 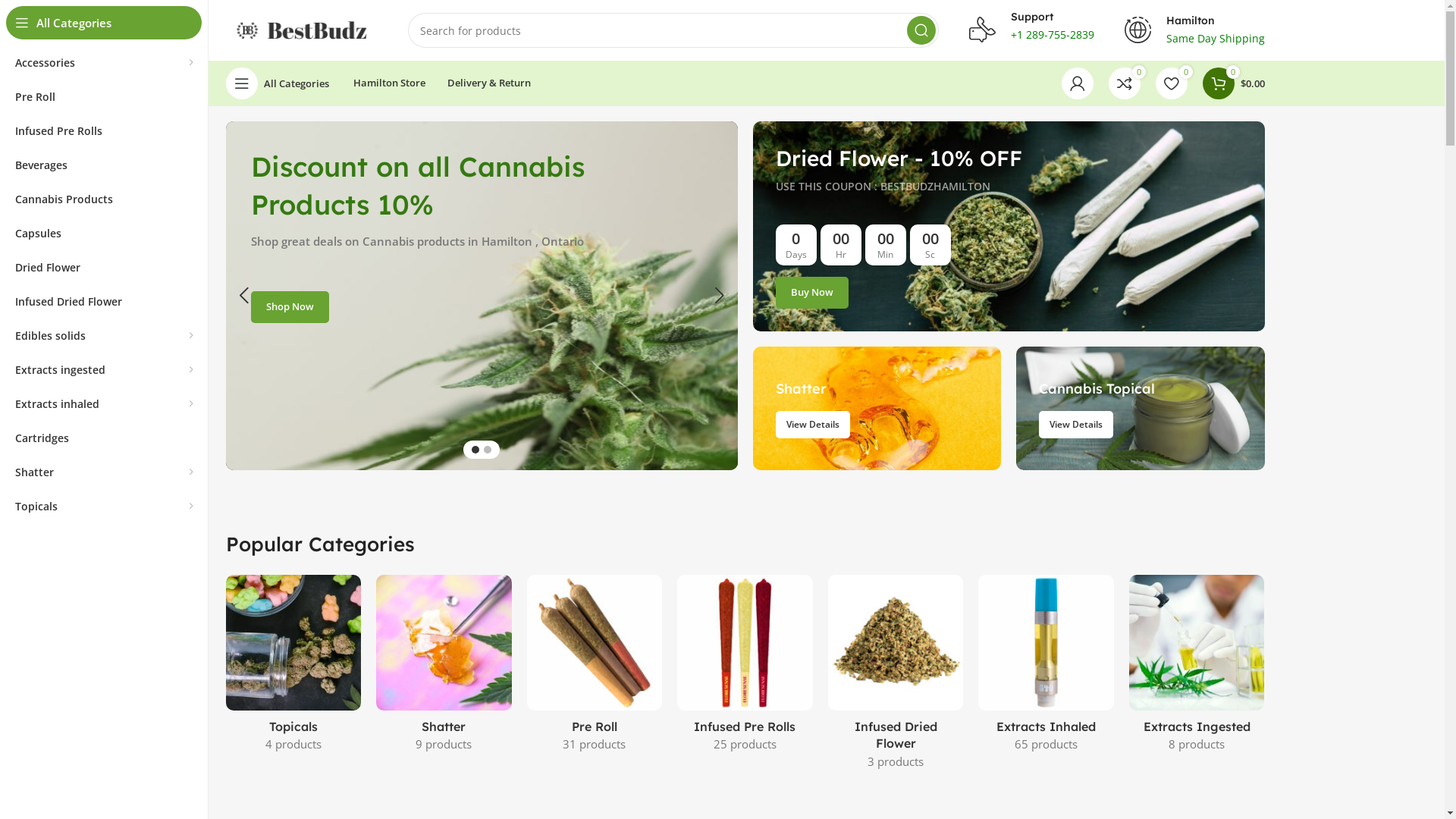 I want to click on '9 products', so click(x=415, y=742).